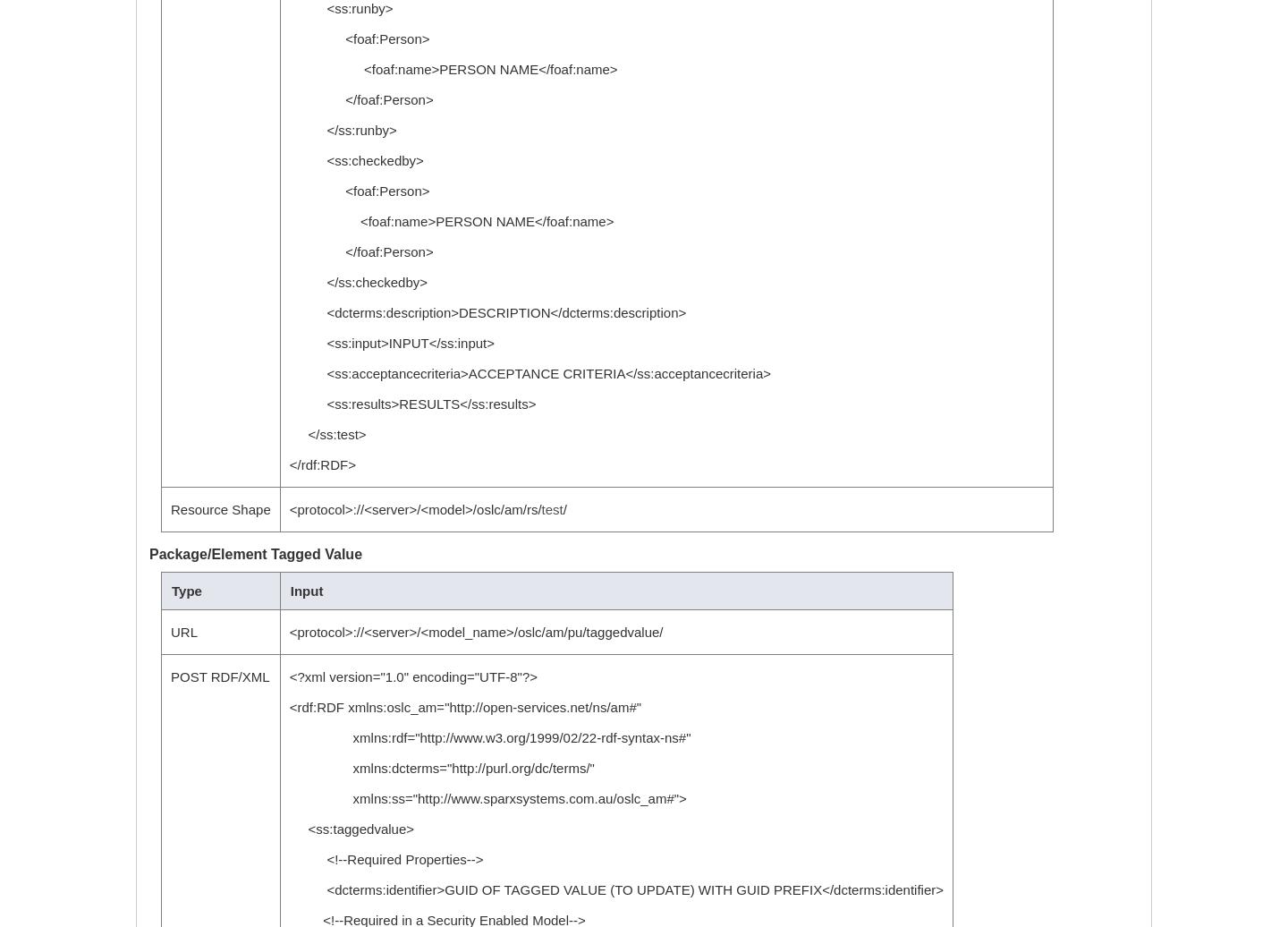  I want to click on '<protocol>://<server>/<model_name>/oslc/am/pu/taggedvalue/', so click(474, 632).